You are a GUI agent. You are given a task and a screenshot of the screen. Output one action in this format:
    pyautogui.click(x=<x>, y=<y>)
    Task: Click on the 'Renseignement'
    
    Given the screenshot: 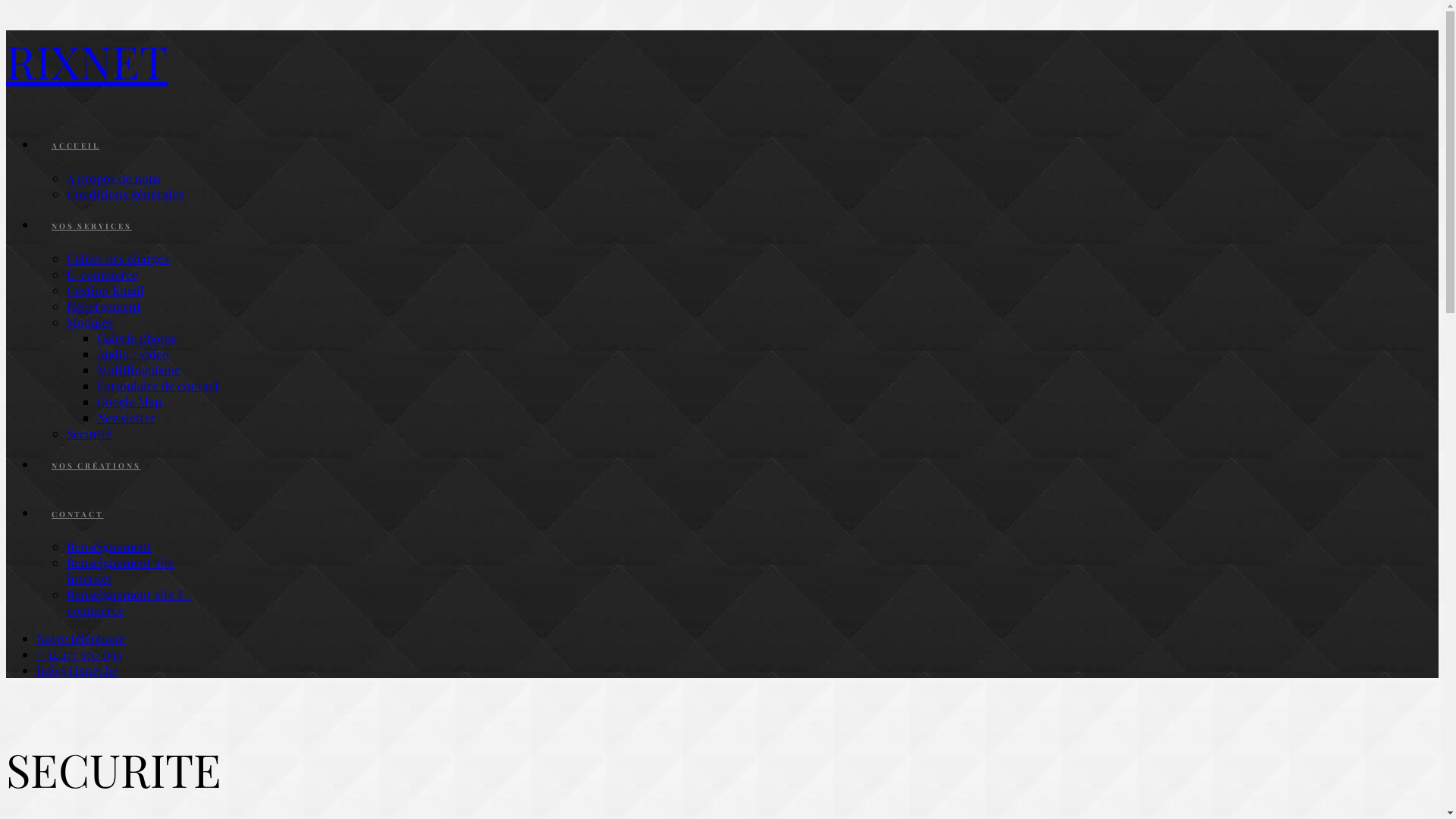 What is the action you would take?
    pyautogui.click(x=108, y=546)
    